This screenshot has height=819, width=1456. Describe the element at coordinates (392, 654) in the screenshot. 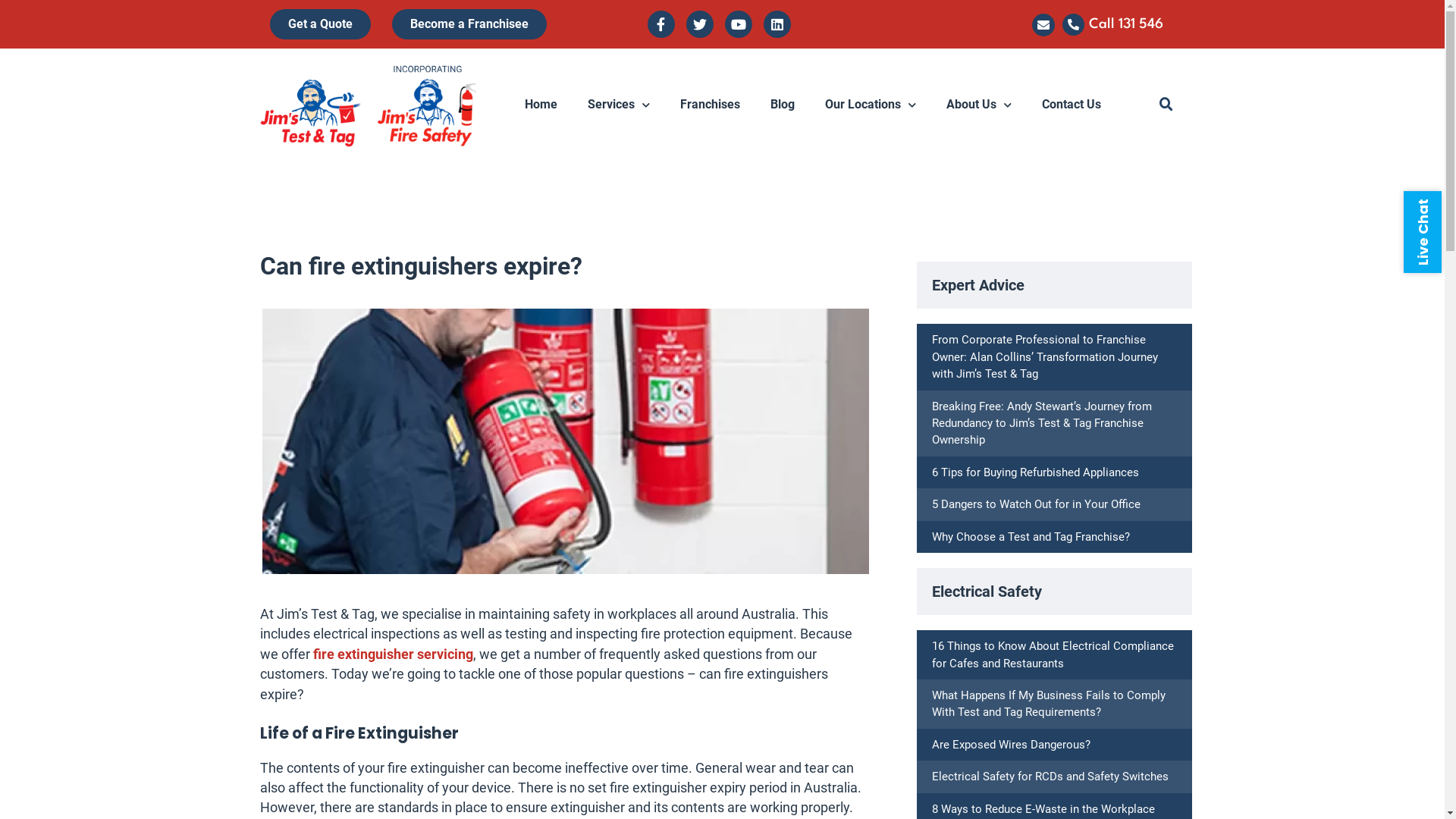

I see `'fire extinguisher servicing'` at that location.